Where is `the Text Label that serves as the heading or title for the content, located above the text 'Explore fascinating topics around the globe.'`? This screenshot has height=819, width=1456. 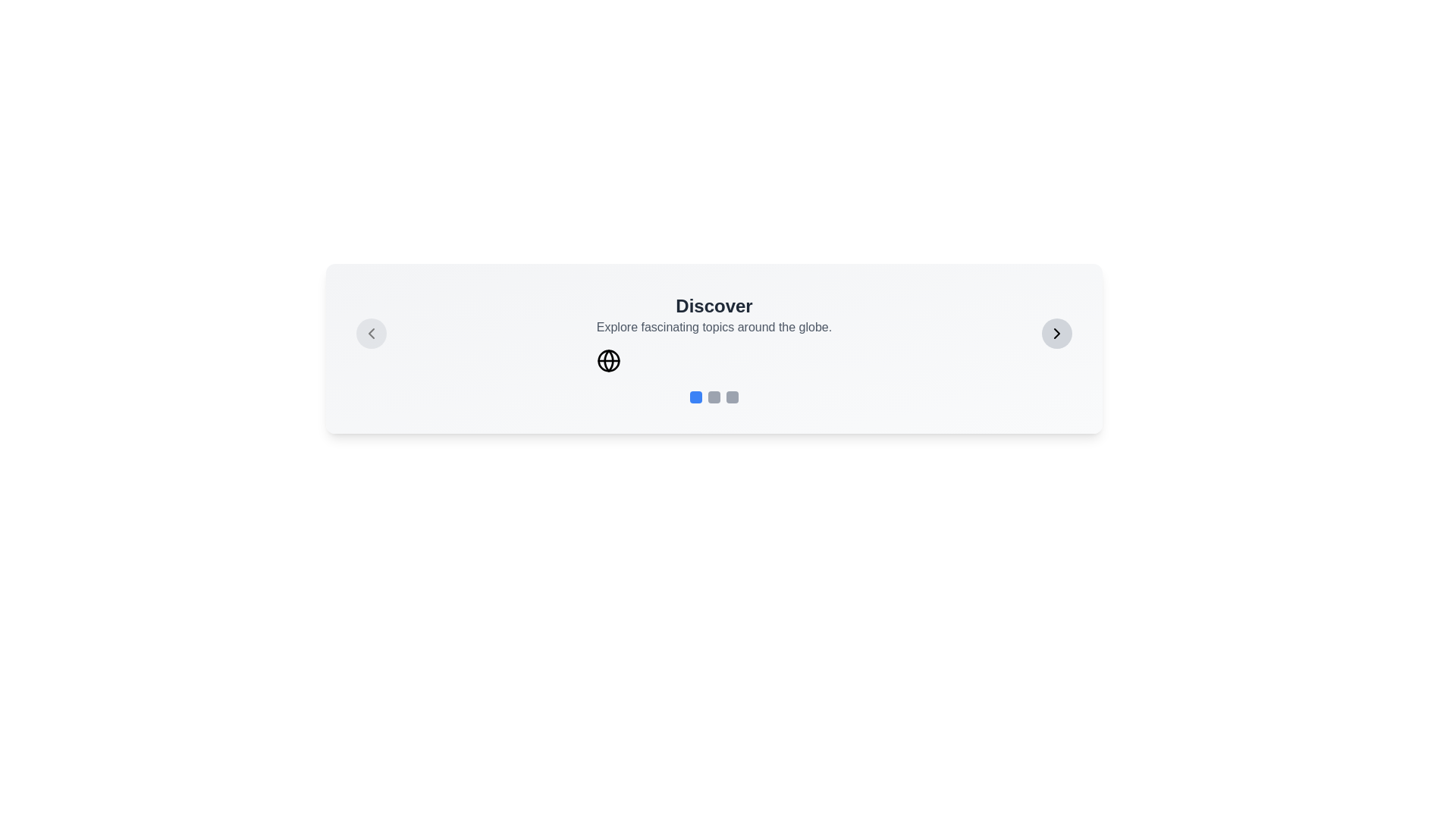 the Text Label that serves as the heading or title for the content, located above the text 'Explore fascinating topics around the globe.' is located at coordinates (713, 306).